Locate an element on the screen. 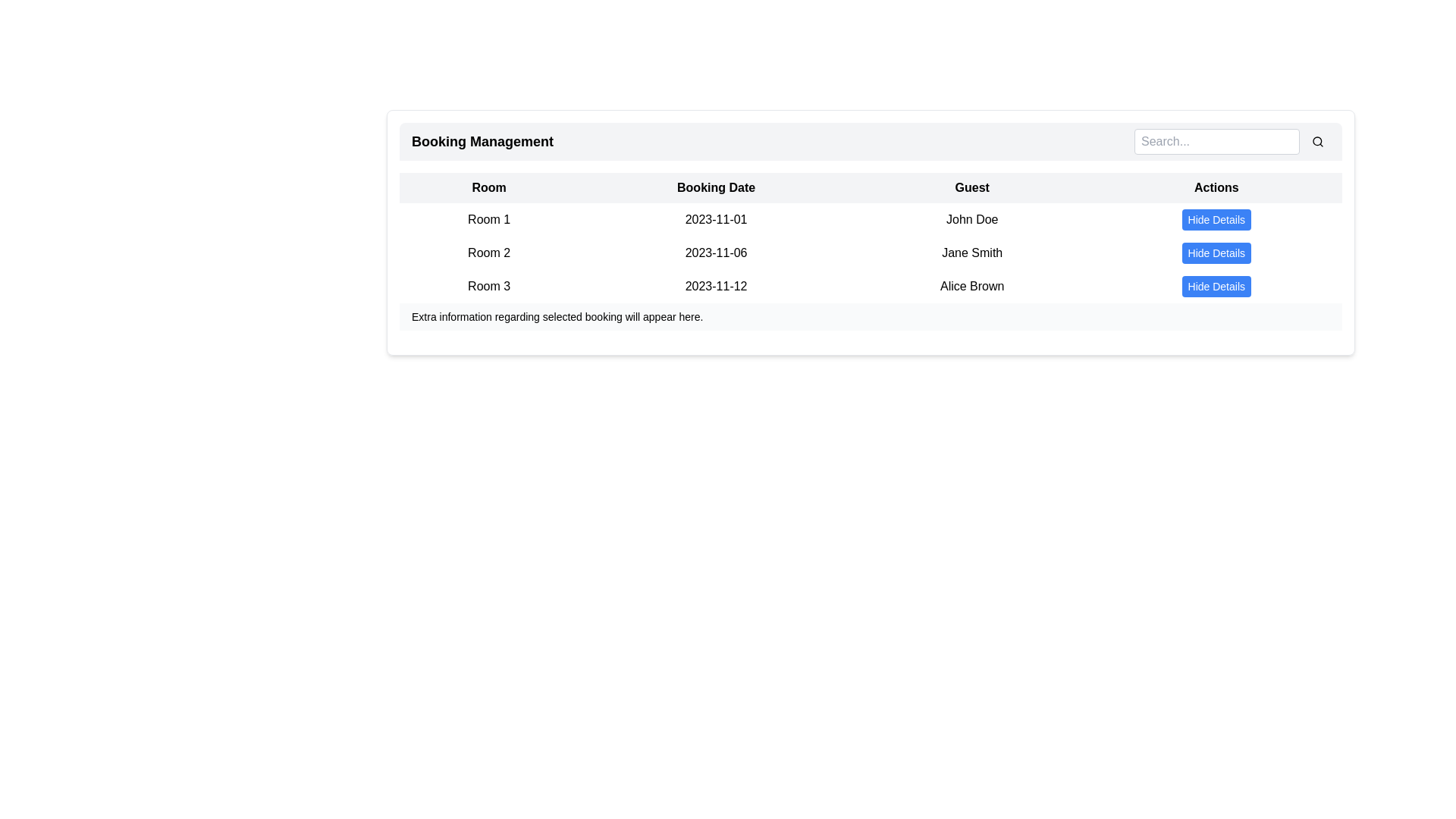 The image size is (1456, 819). the text label displaying 'Room 1', which is the first cell in the 'Room' column of the booking details table is located at coordinates (489, 219).